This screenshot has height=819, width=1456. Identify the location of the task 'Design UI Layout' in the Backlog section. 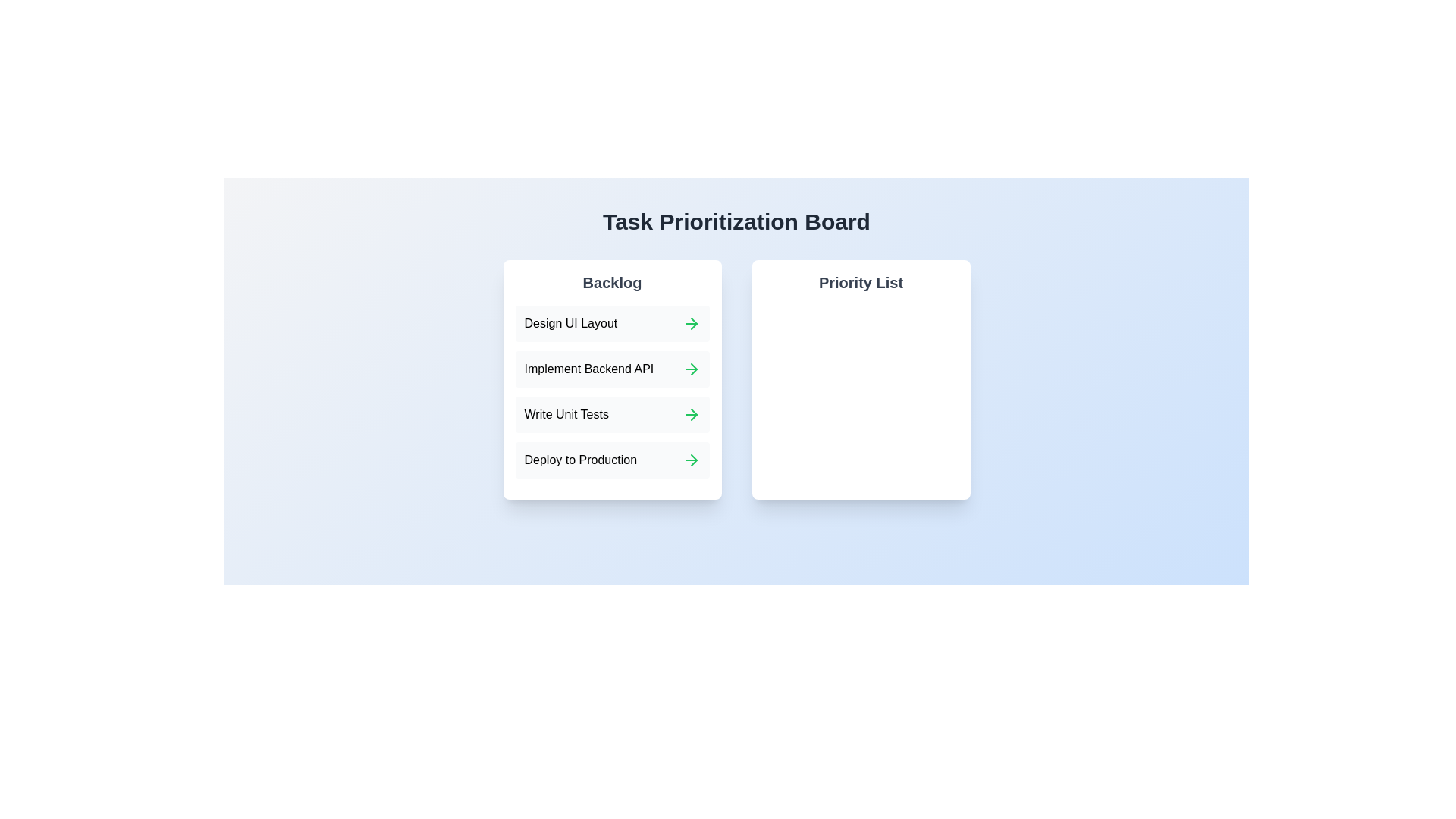
(570, 323).